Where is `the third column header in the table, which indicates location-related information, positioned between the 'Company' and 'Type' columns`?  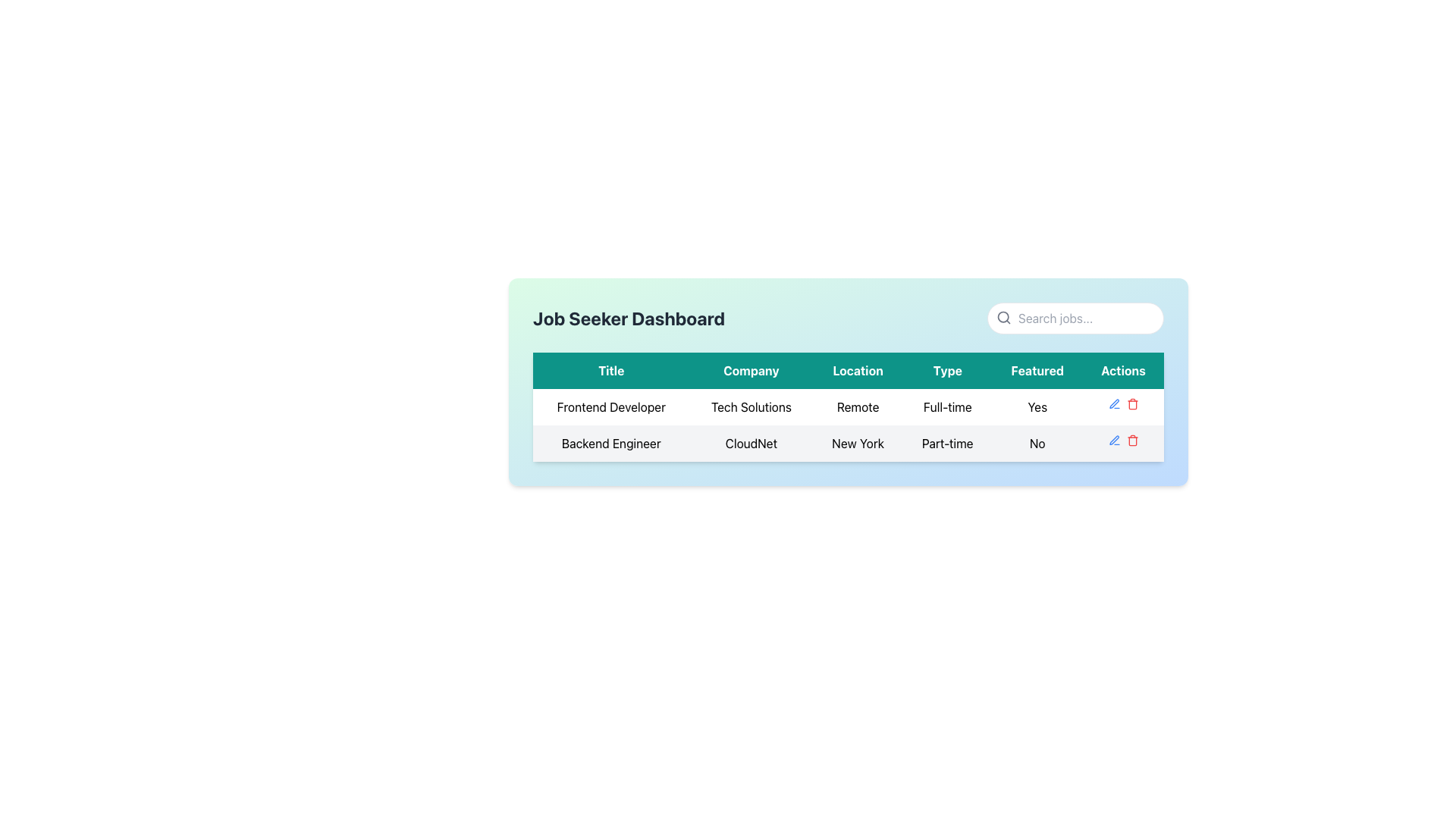 the third column header in the table, which indicates location-related information, positioned between the 'Company' and 'Type' columns is located at coordinates (858, 371).